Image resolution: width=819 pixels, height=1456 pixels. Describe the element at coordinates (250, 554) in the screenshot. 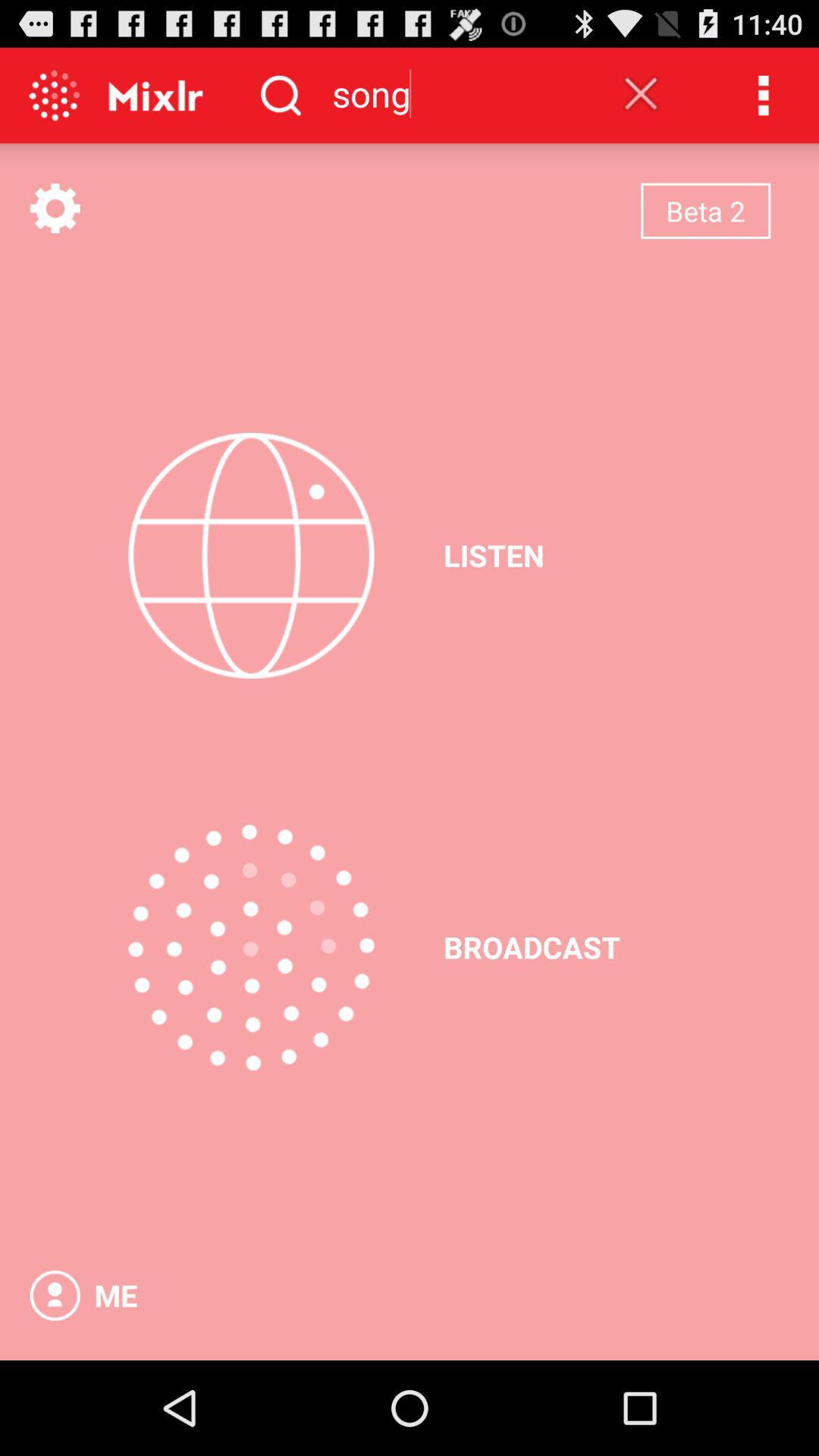

I see `music` at that location.